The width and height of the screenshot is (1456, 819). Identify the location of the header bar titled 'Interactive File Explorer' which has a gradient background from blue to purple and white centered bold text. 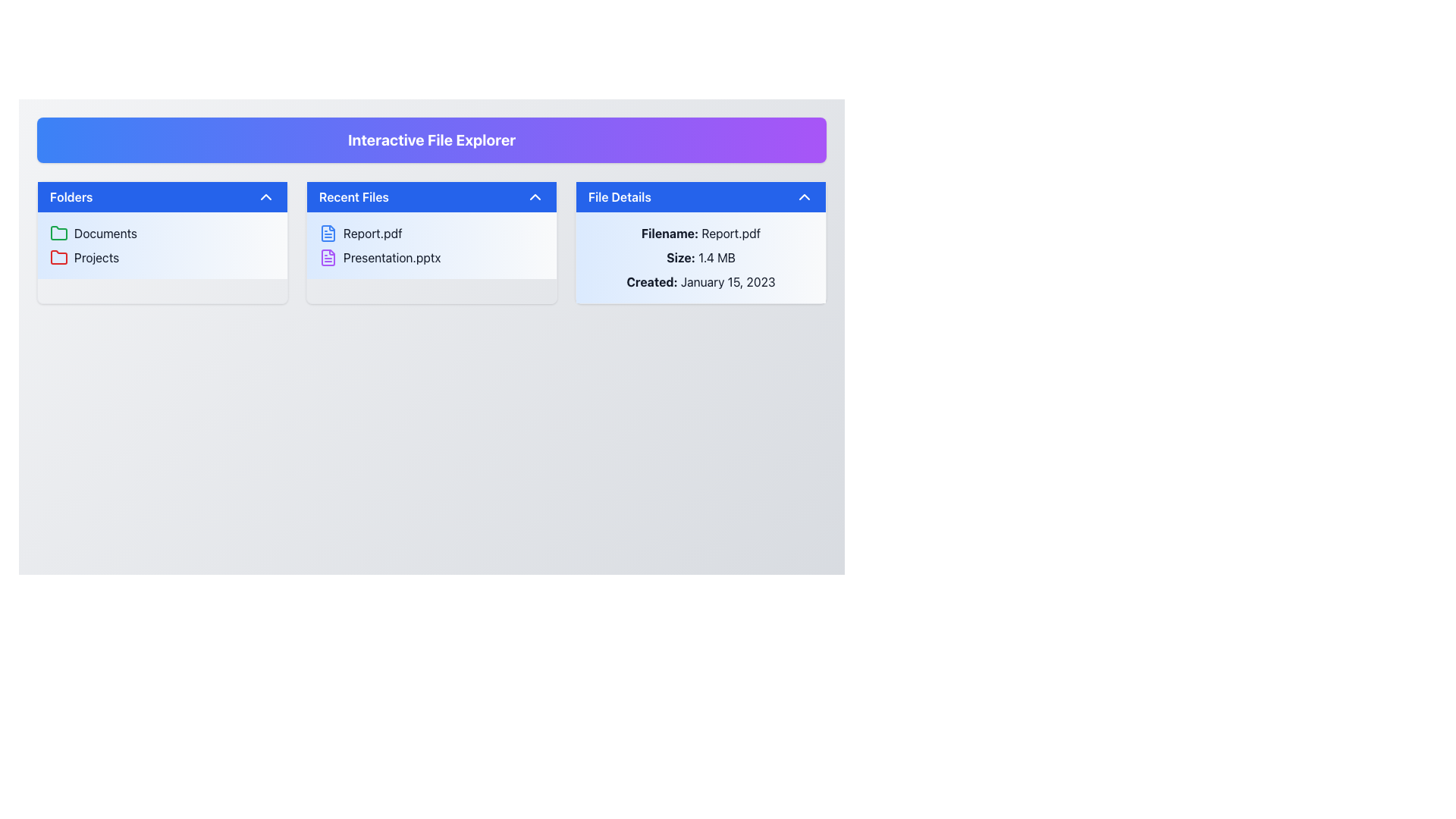
(431, 140).